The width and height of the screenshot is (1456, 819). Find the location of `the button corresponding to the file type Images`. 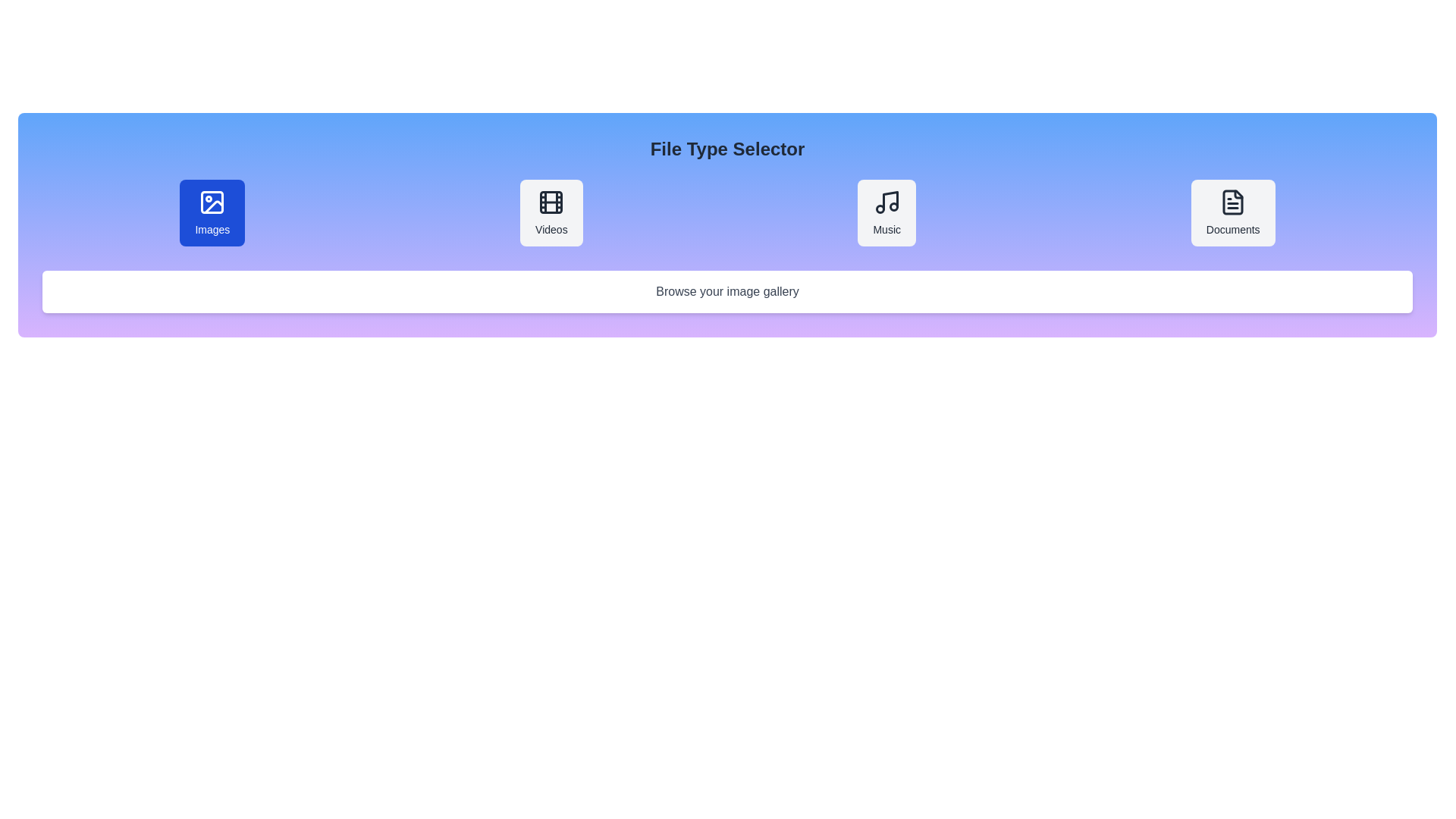

the button corresponding to the file type Images is located at coordinates (212, 213).